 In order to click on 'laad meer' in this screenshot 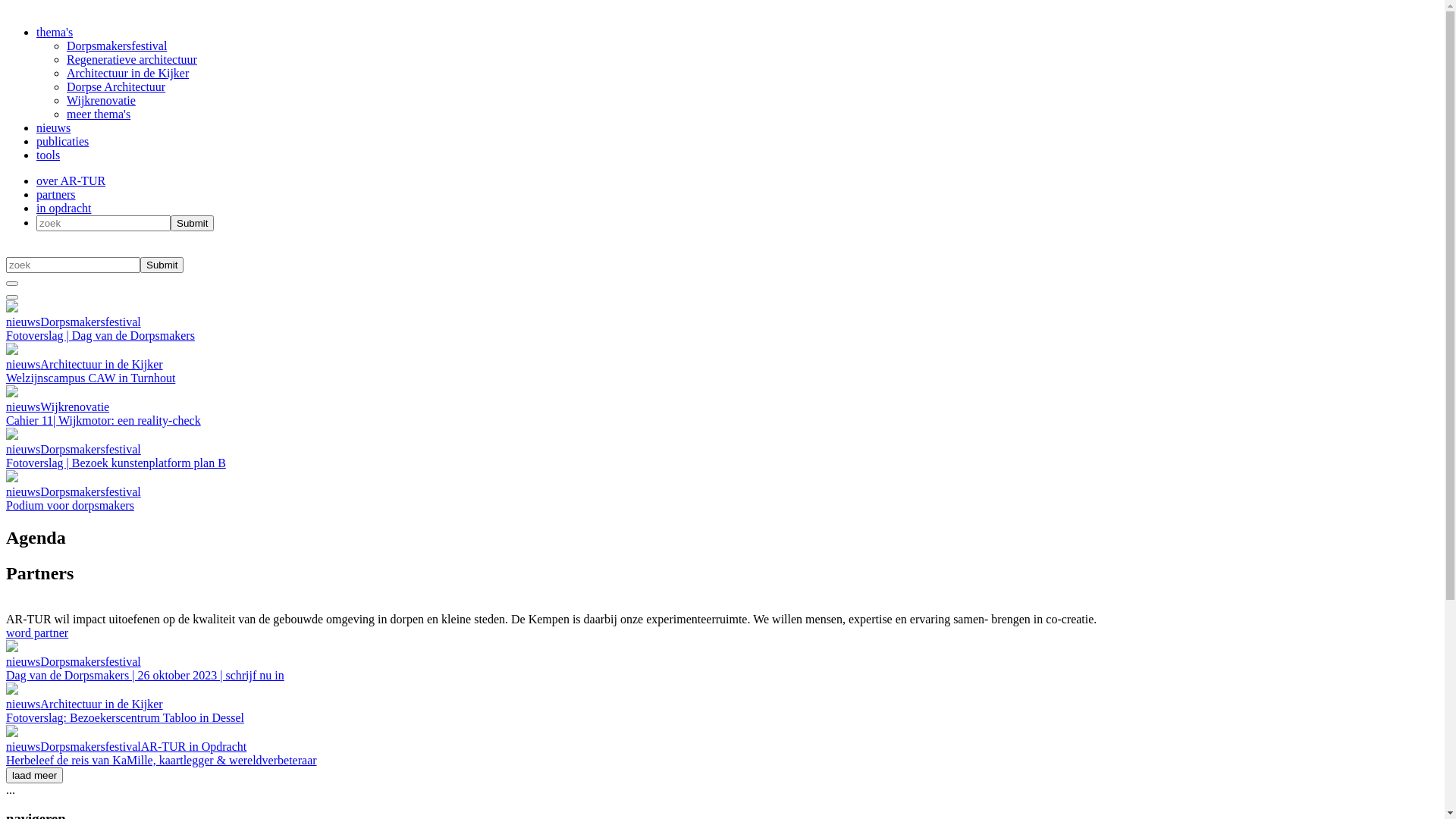, I will do `click(34, 775)`.